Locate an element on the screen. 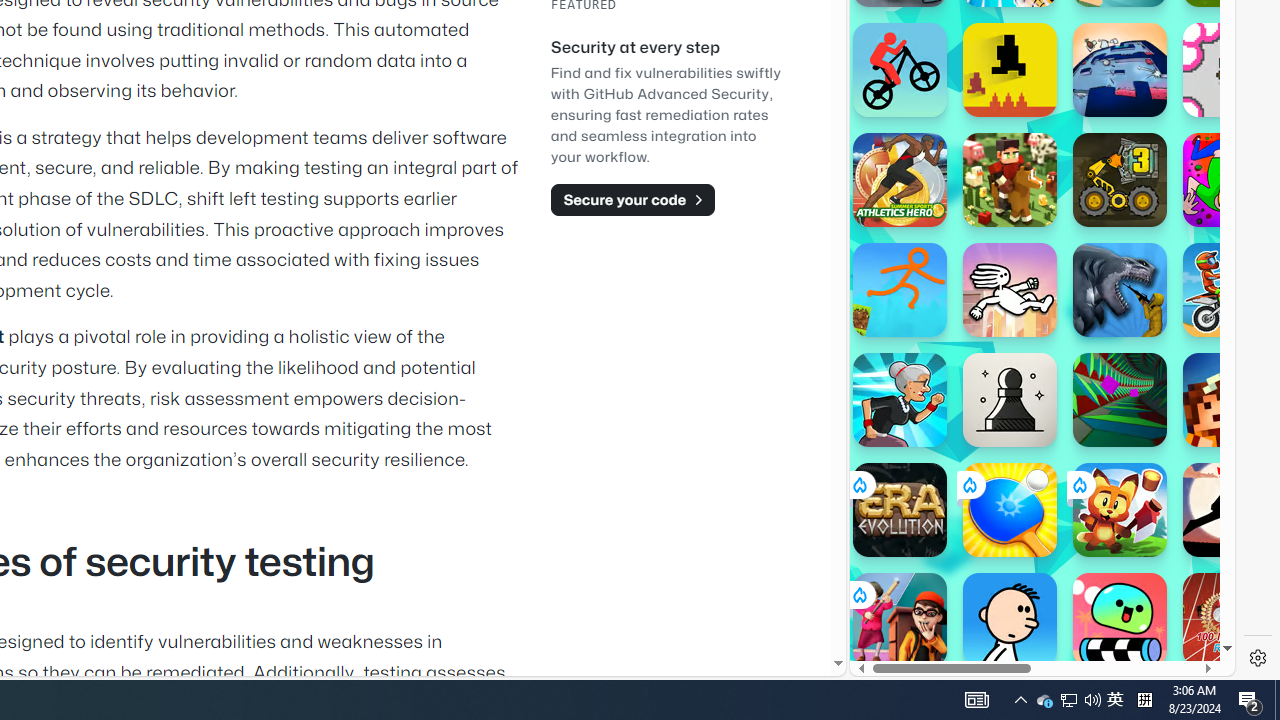 This screenshot has width=1280, height=720. 'Poor Eddie' is located at coordinates (1009, 618).